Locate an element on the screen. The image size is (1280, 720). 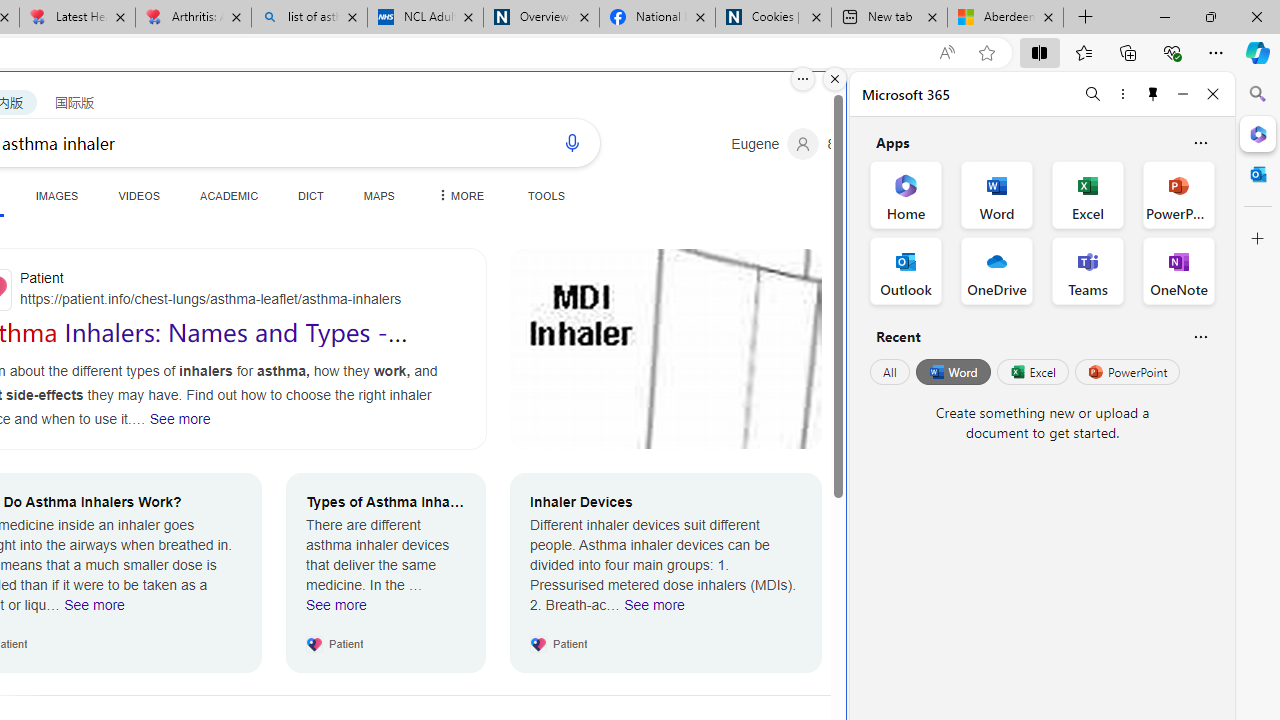
'Word' is located at coordinates (951, 372).